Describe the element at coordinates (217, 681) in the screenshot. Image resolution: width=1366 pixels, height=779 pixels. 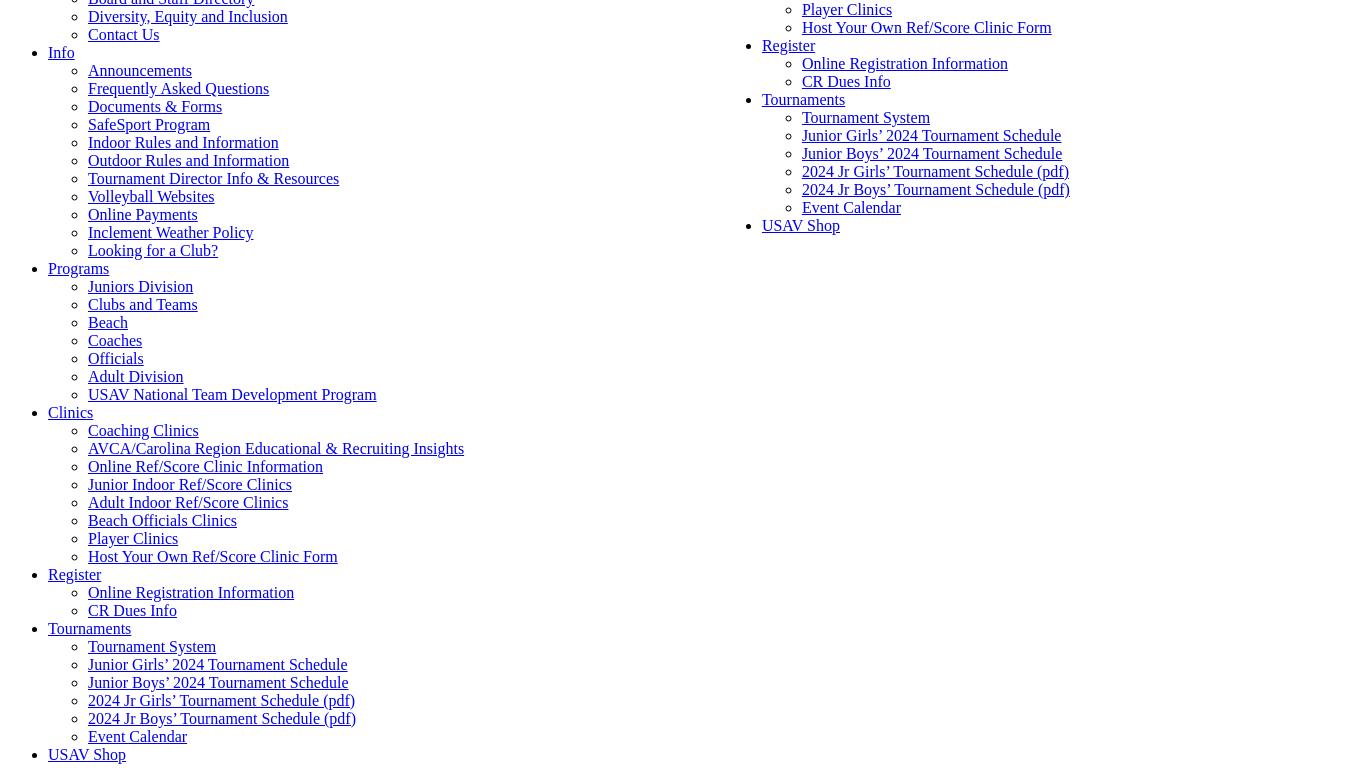
I see `'Junior Boys’ 2024 Tournament Schedule'` at that location.